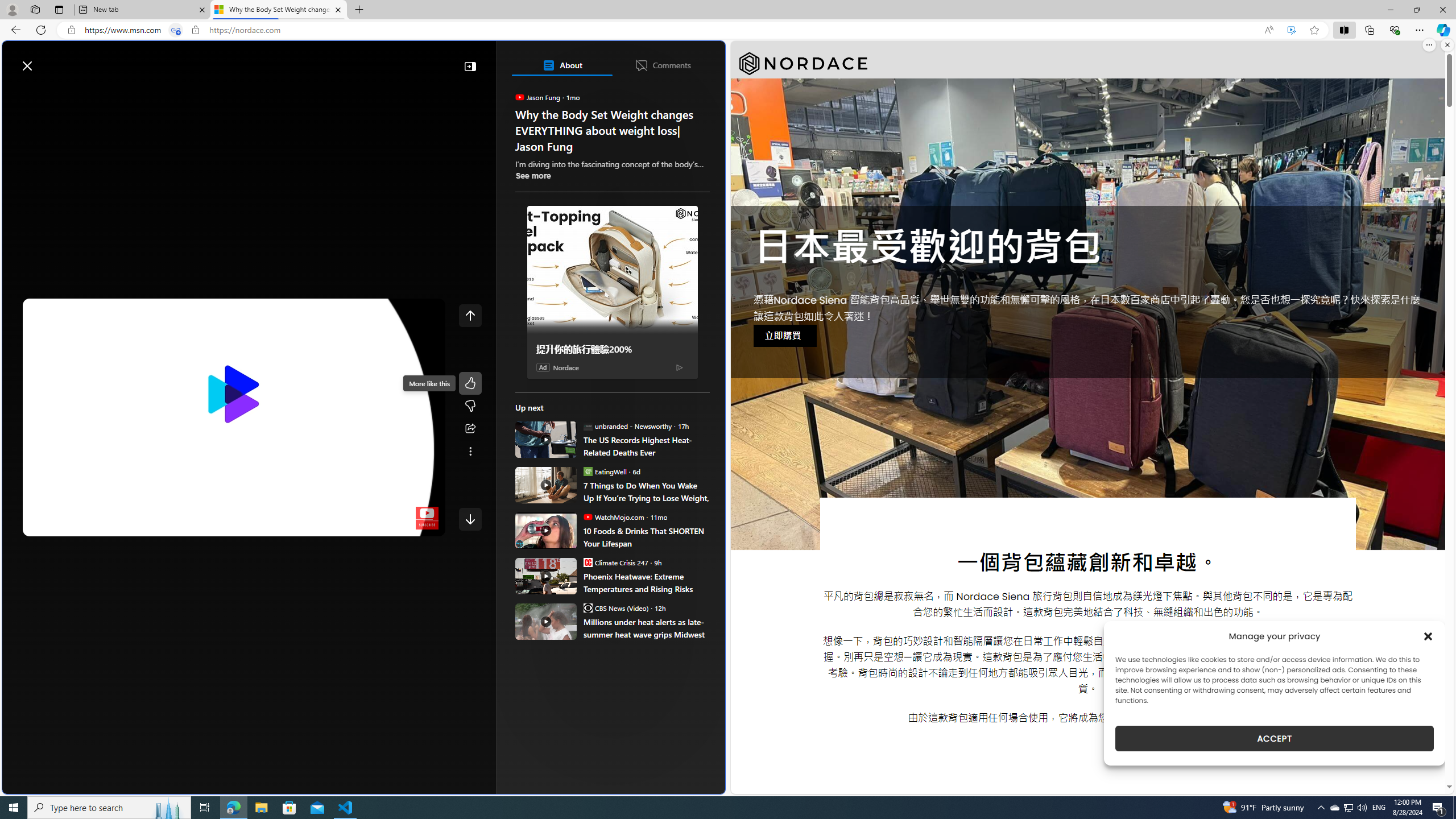 Image resolution: width=1456 pixels, height=819 pixels. What do you see at coordinates (615, 607) in the screenshot?
I see `'CBS News (Video) CBS News (Video)'` at bounding box center [615, 607].